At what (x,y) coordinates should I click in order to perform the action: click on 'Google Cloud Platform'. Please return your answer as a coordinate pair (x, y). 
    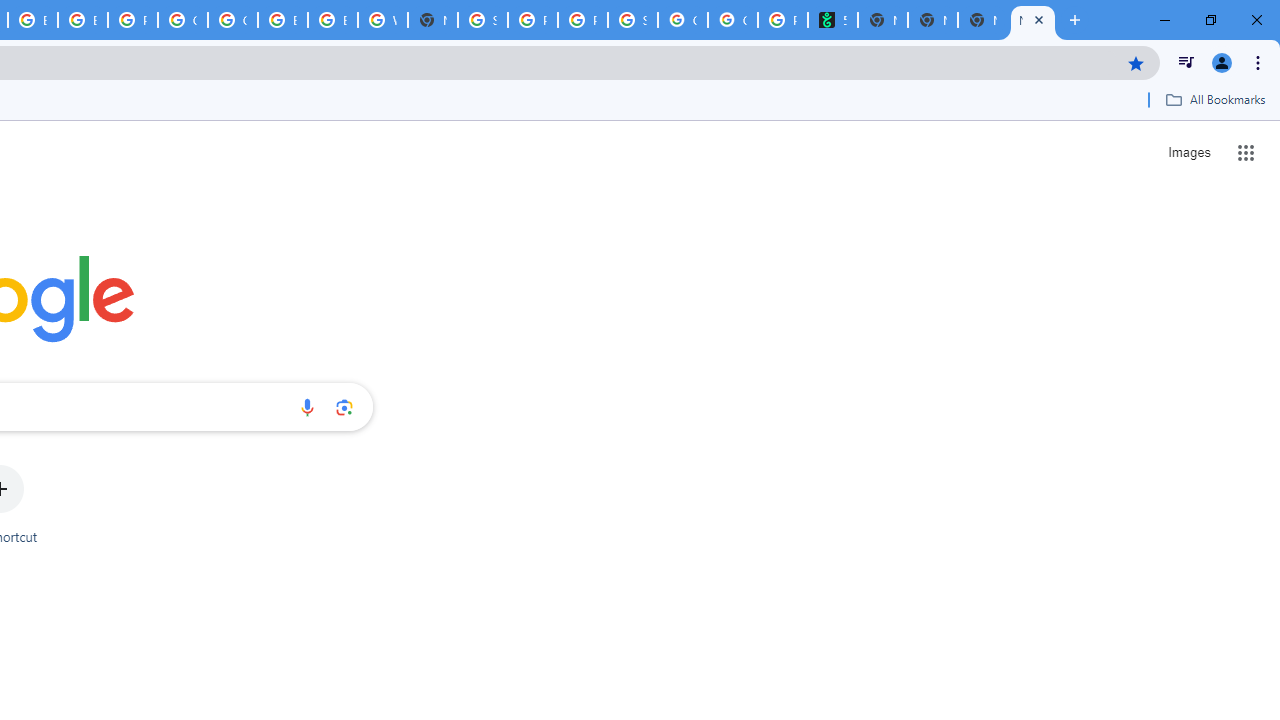
    Looking at the image, I should click on (183, 20).